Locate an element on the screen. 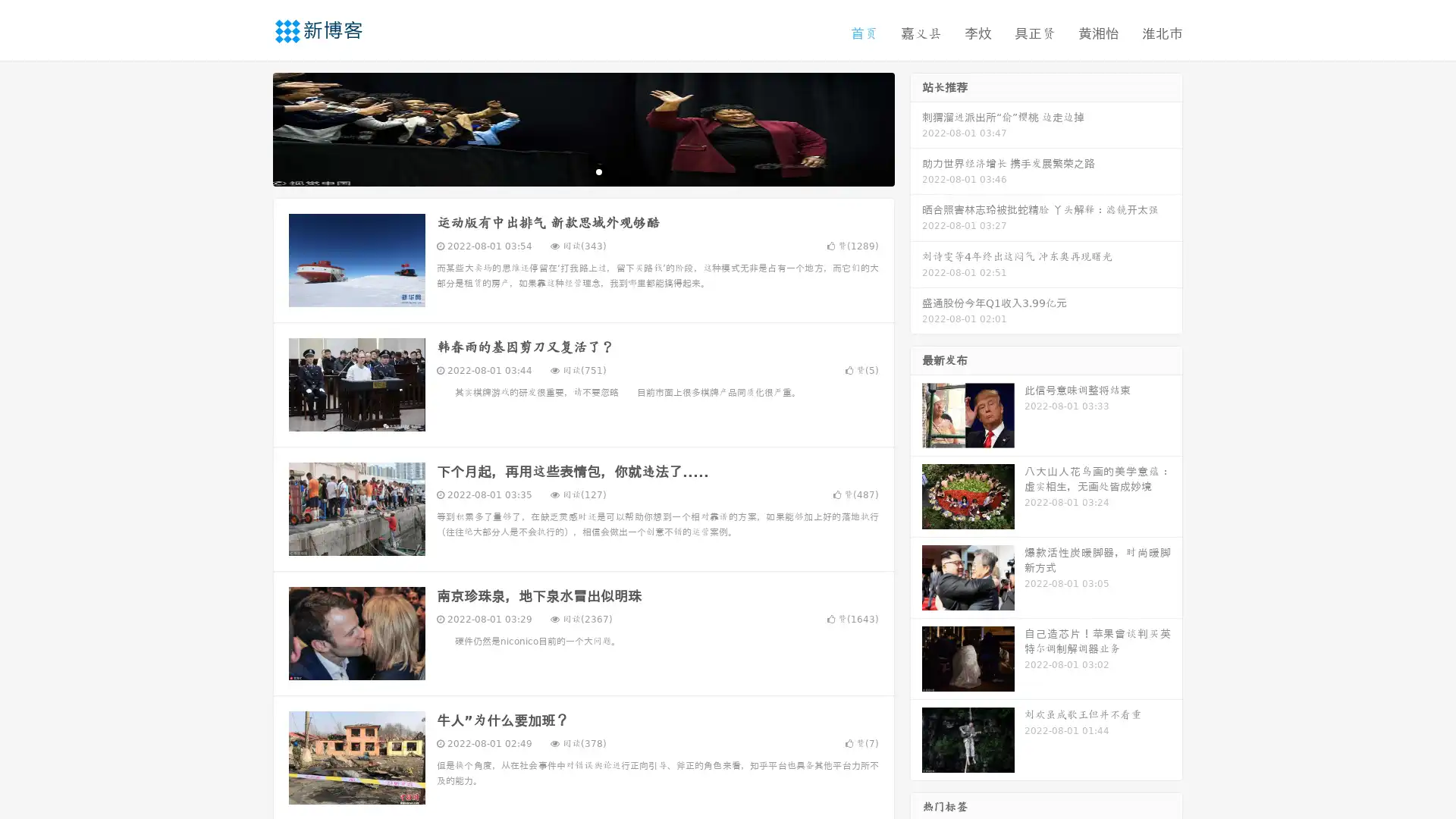 The height and width of the screenshot is (819, 1456). Next slide is located at coordinates (916, 127).